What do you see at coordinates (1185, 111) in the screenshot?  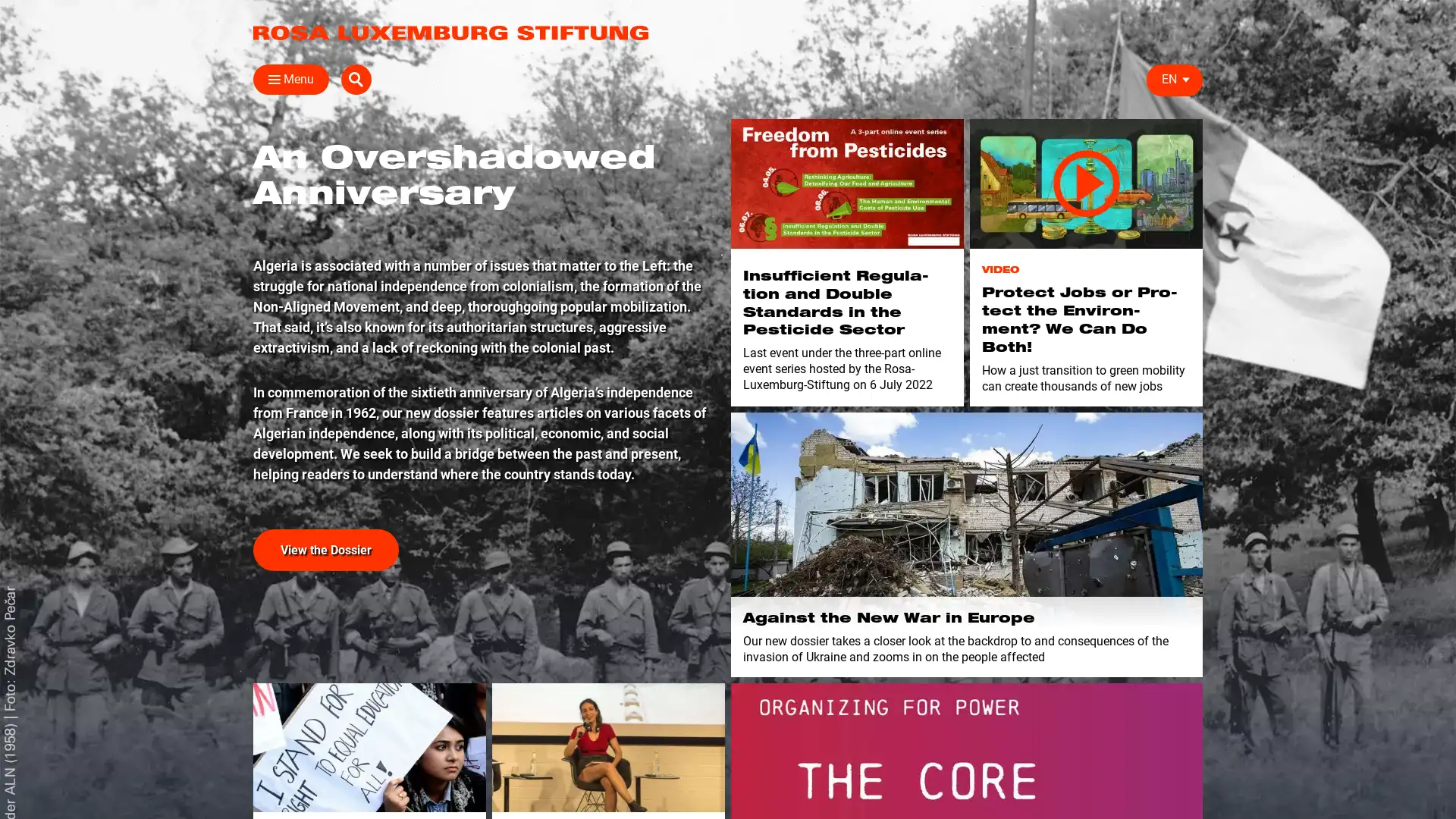 I see `Close` at bounding box center [1185, 111].